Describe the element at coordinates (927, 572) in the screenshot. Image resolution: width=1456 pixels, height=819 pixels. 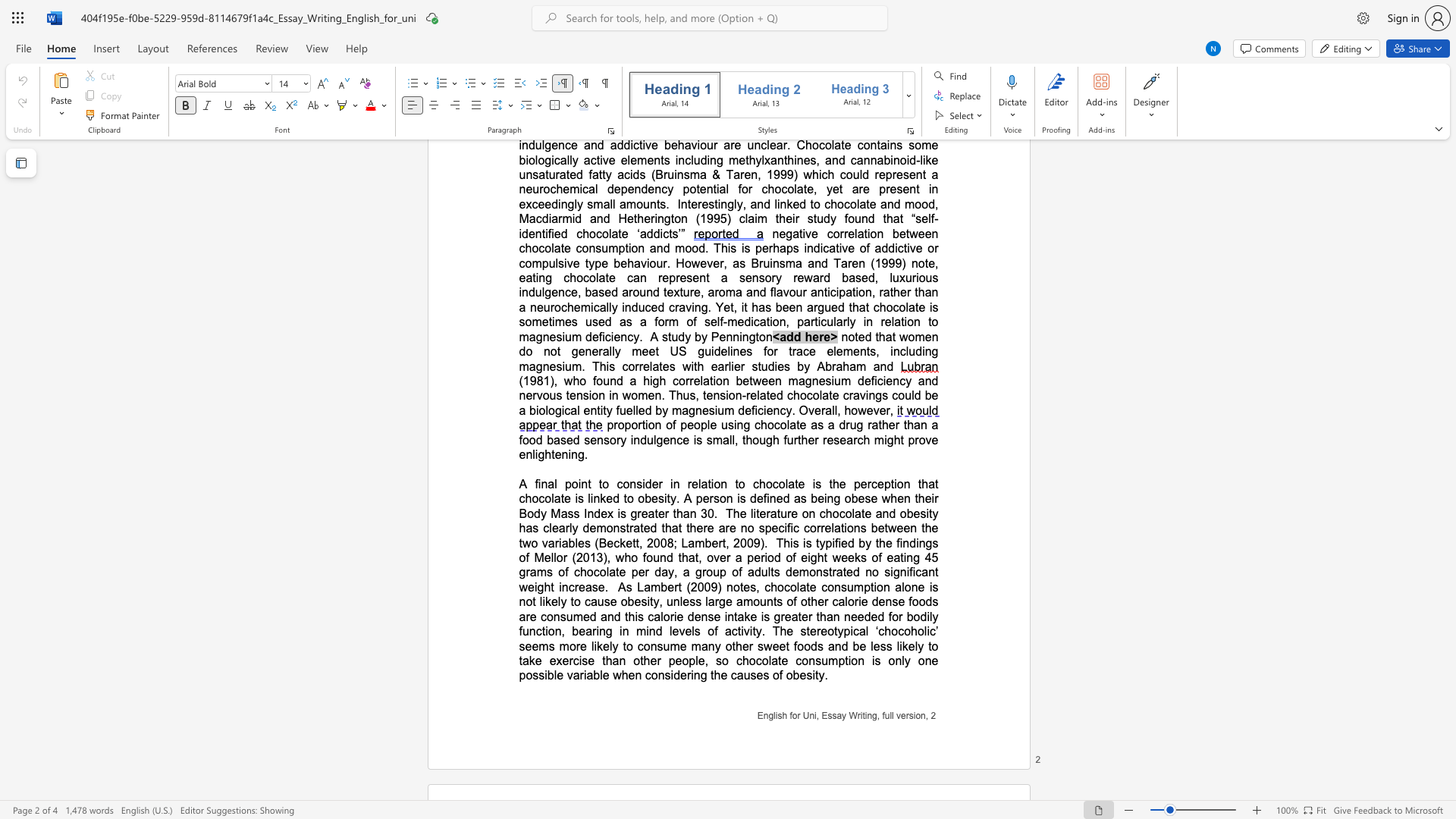
I see `the subset text "nt we" within the text "no significant weight increase"` at that location.